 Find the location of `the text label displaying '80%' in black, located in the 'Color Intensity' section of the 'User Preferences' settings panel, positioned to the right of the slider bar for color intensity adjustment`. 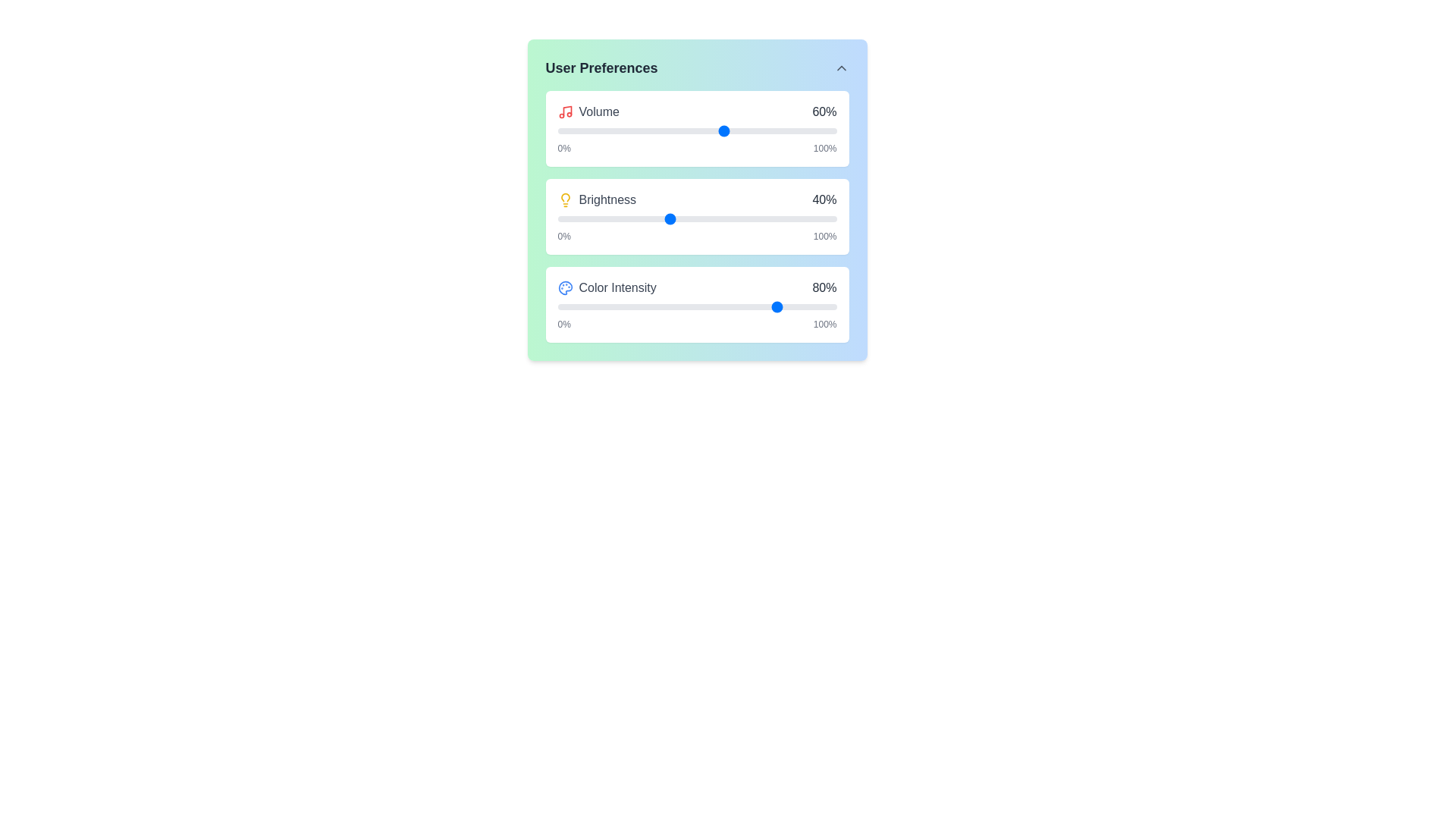

the text label displaying '80%' in black, located in the 'Color Intensity' section of the 'User Preferences' settings panel, positioned to the right of the slider bar for color intensity adjustment is located at coordinates (824, 288).